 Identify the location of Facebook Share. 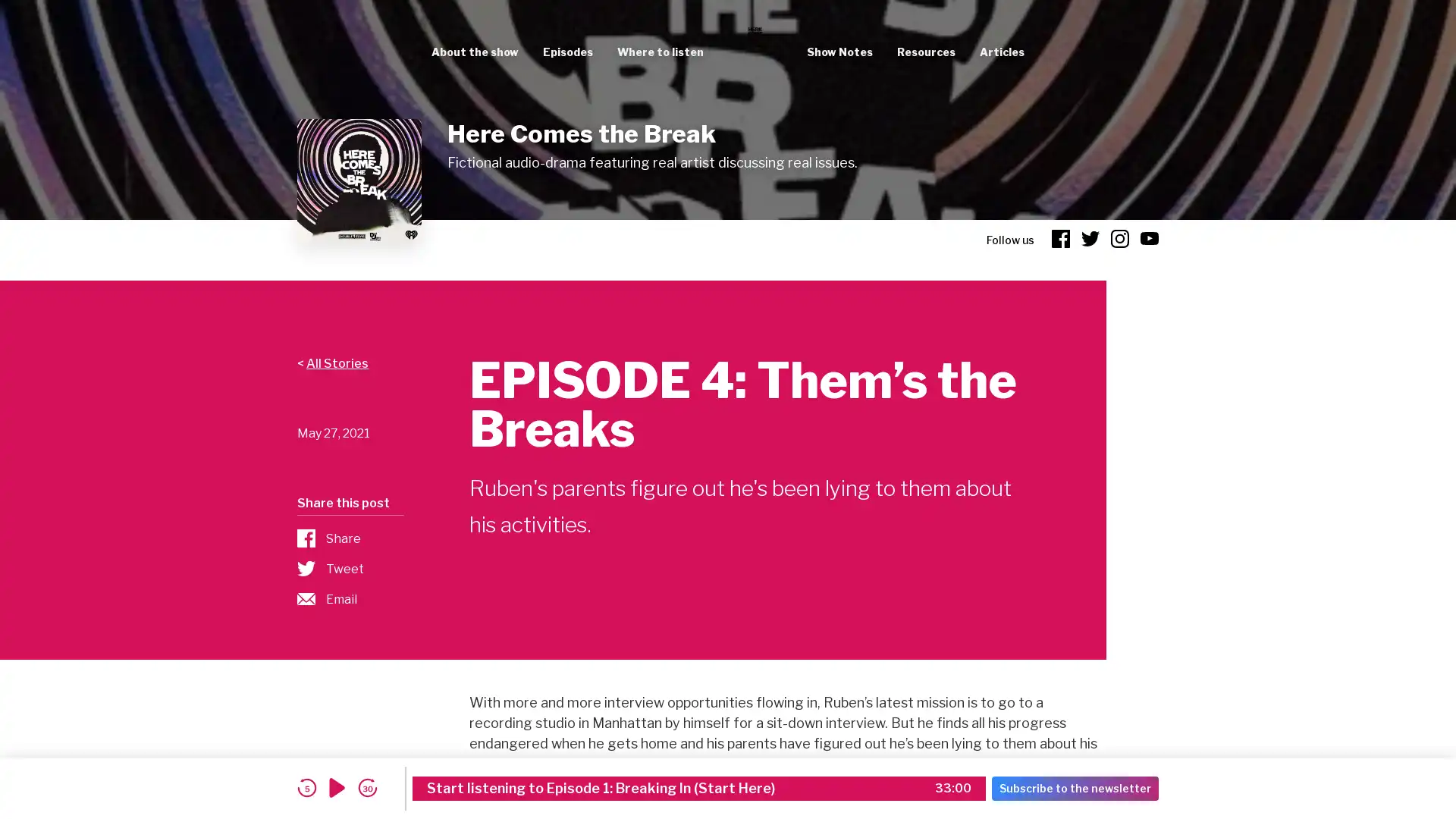
(349, 537).